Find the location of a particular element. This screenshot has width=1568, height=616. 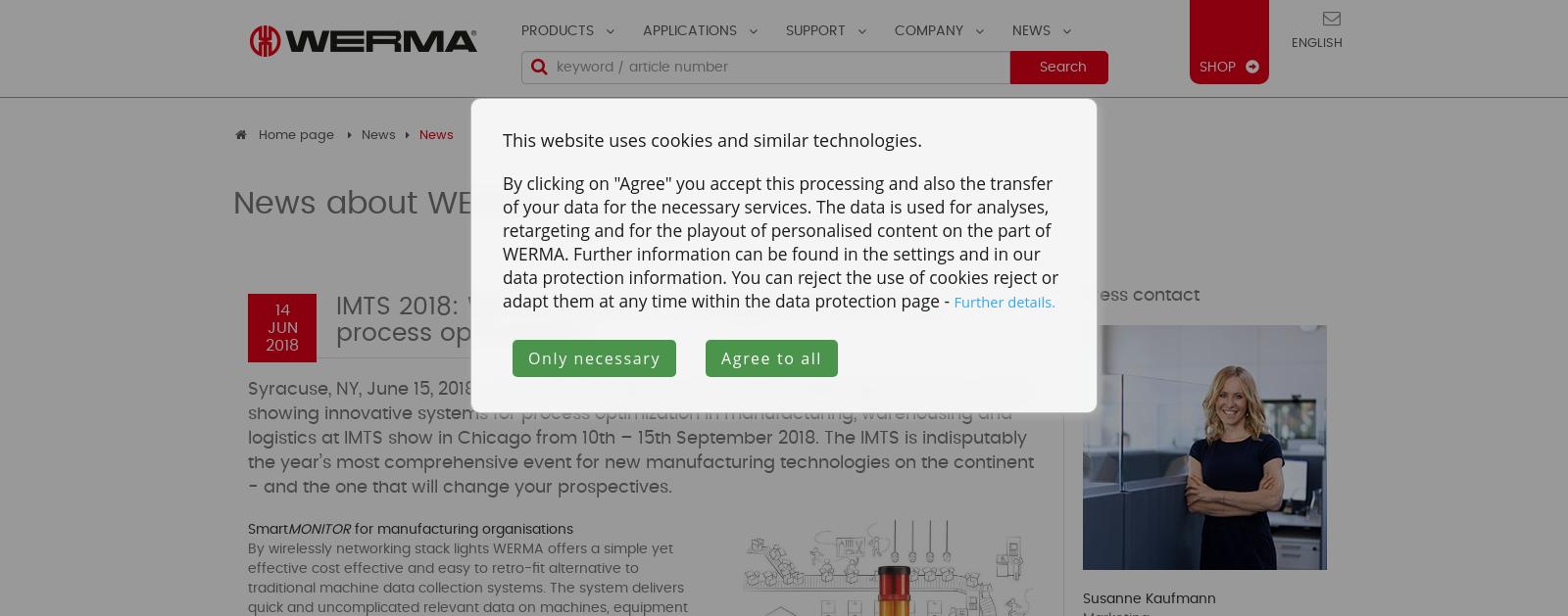

'IMTS 2018: WERMA presents intelligent systems for process optimization' is located at coordinates (639, 319).